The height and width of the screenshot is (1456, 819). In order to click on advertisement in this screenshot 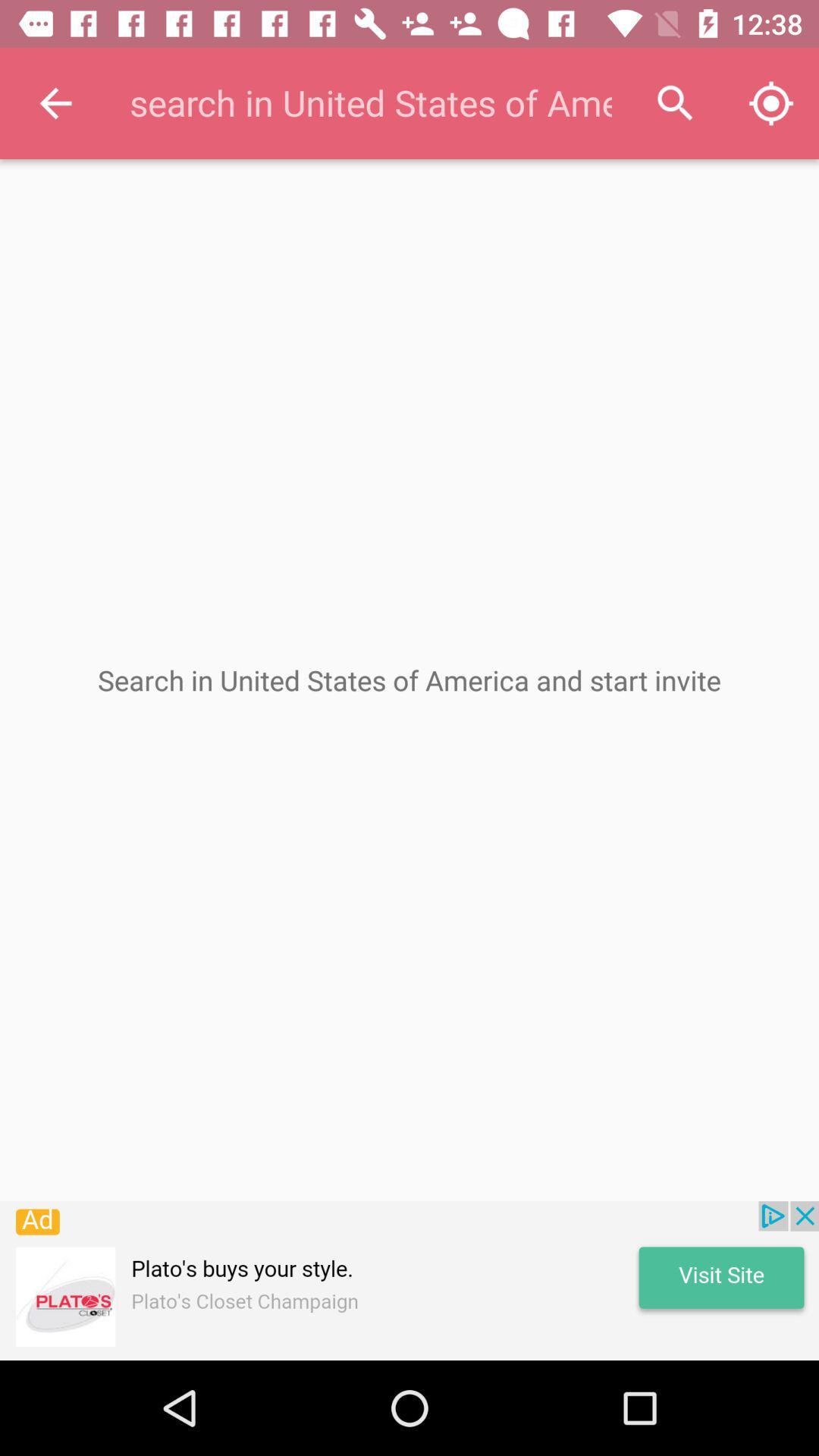, I will do `click(409, 1280)`.